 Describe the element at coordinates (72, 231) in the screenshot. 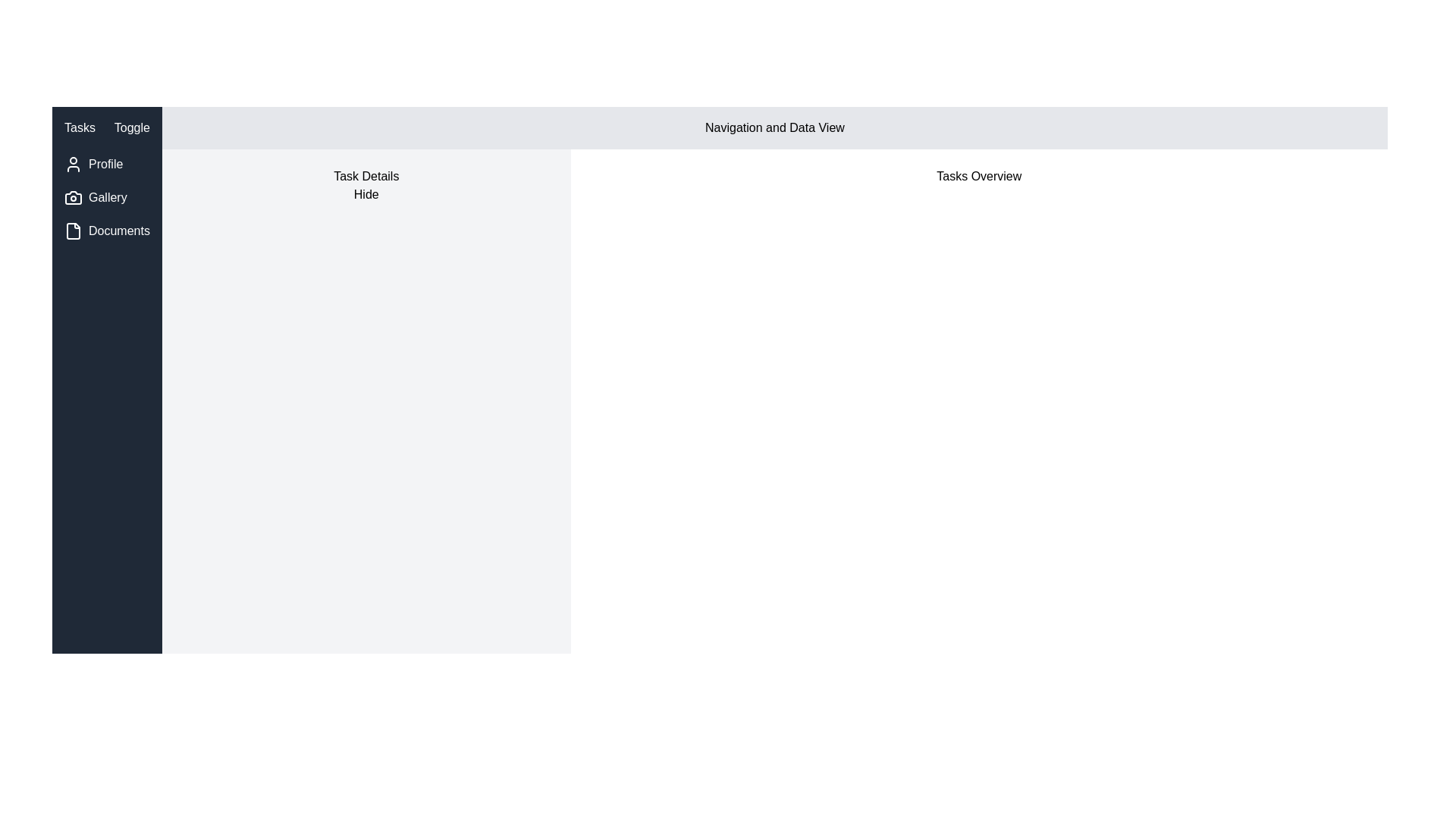

I see `the small document file icon located in the left navigation sidebar, to the left of the 'Documents' label` at that location.